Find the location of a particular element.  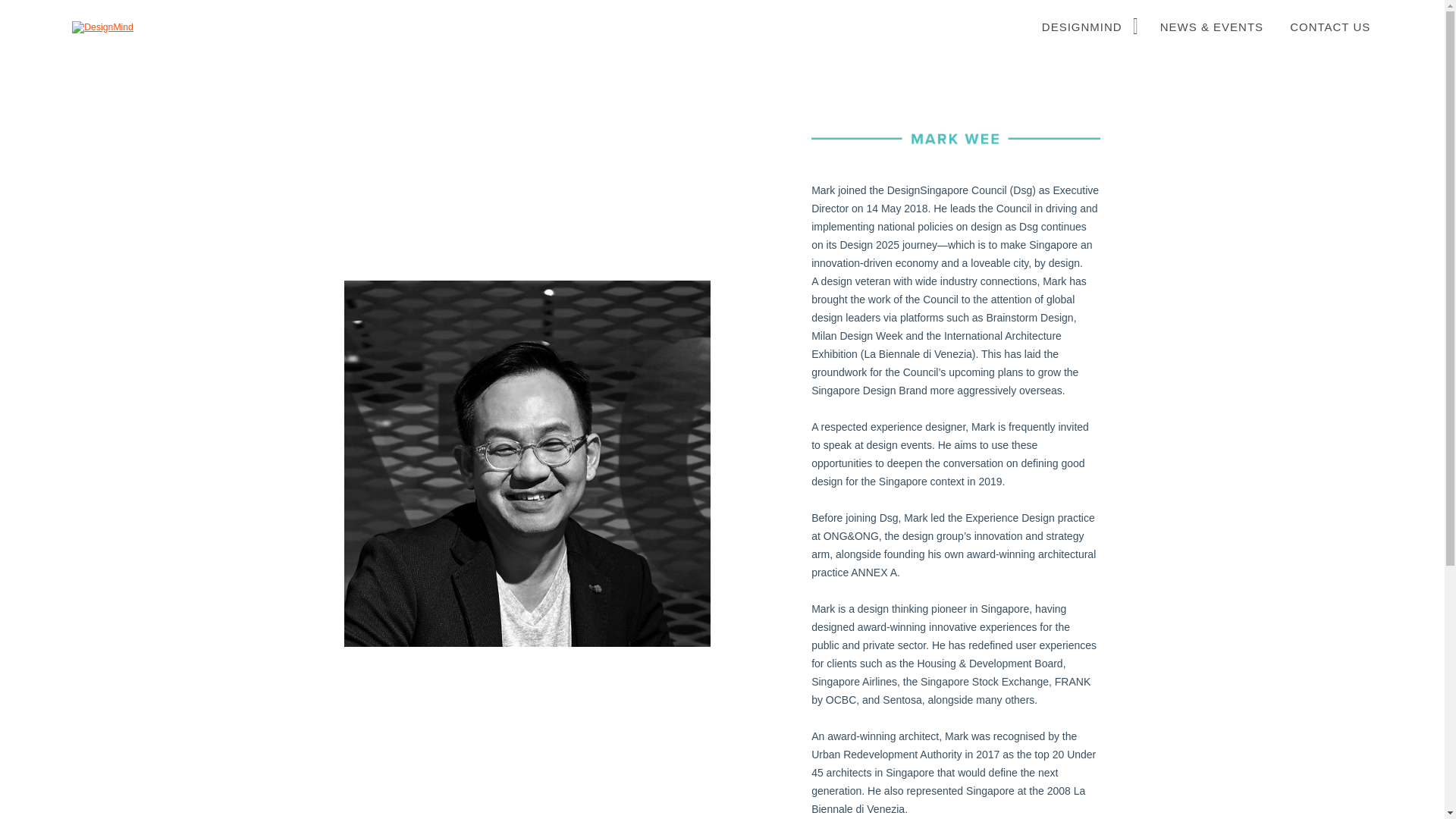

'CONTACT US' is located at coordinates (1329, 27).